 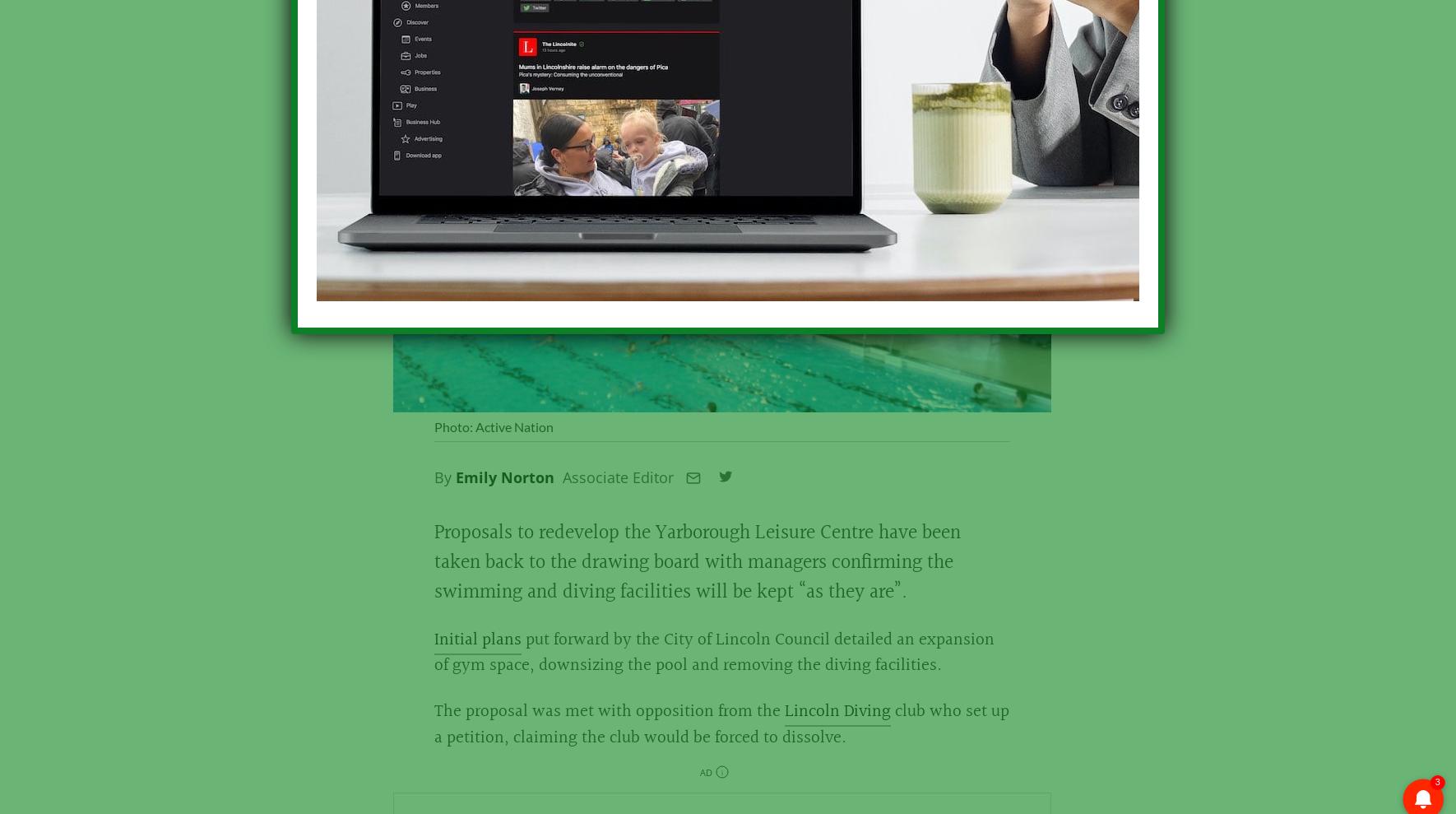 I want to click on 'i', so click(x=721, y=781).